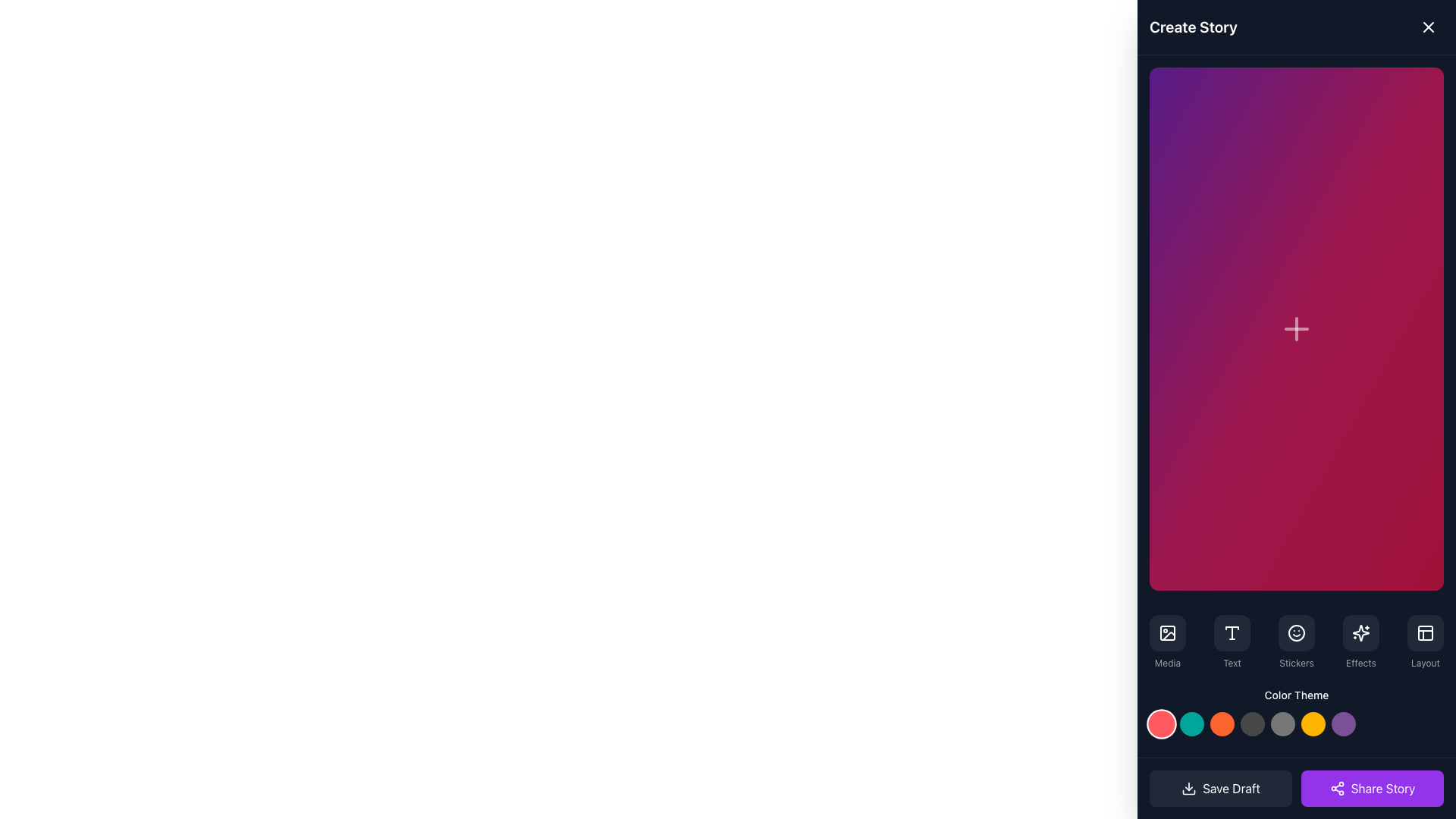  Describe the element at coordinates (1361, 632) in the screenshot. I see `the sparkle icon in the Effects section` at that location.